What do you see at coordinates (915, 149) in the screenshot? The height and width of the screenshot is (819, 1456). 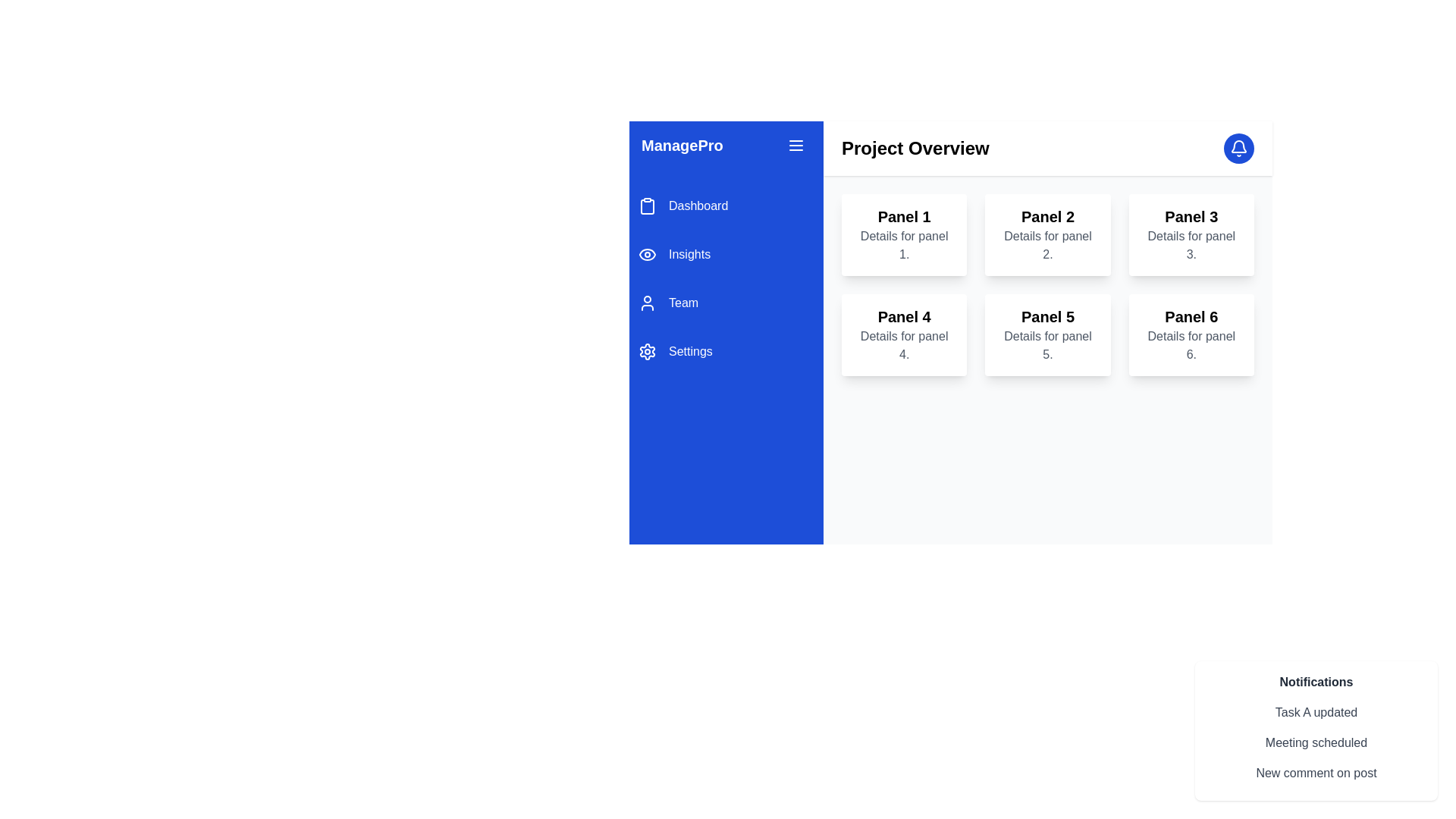 I see `header text located at the upper left section of the project overview page or dashboard interface` at bounding box center [915, 149].